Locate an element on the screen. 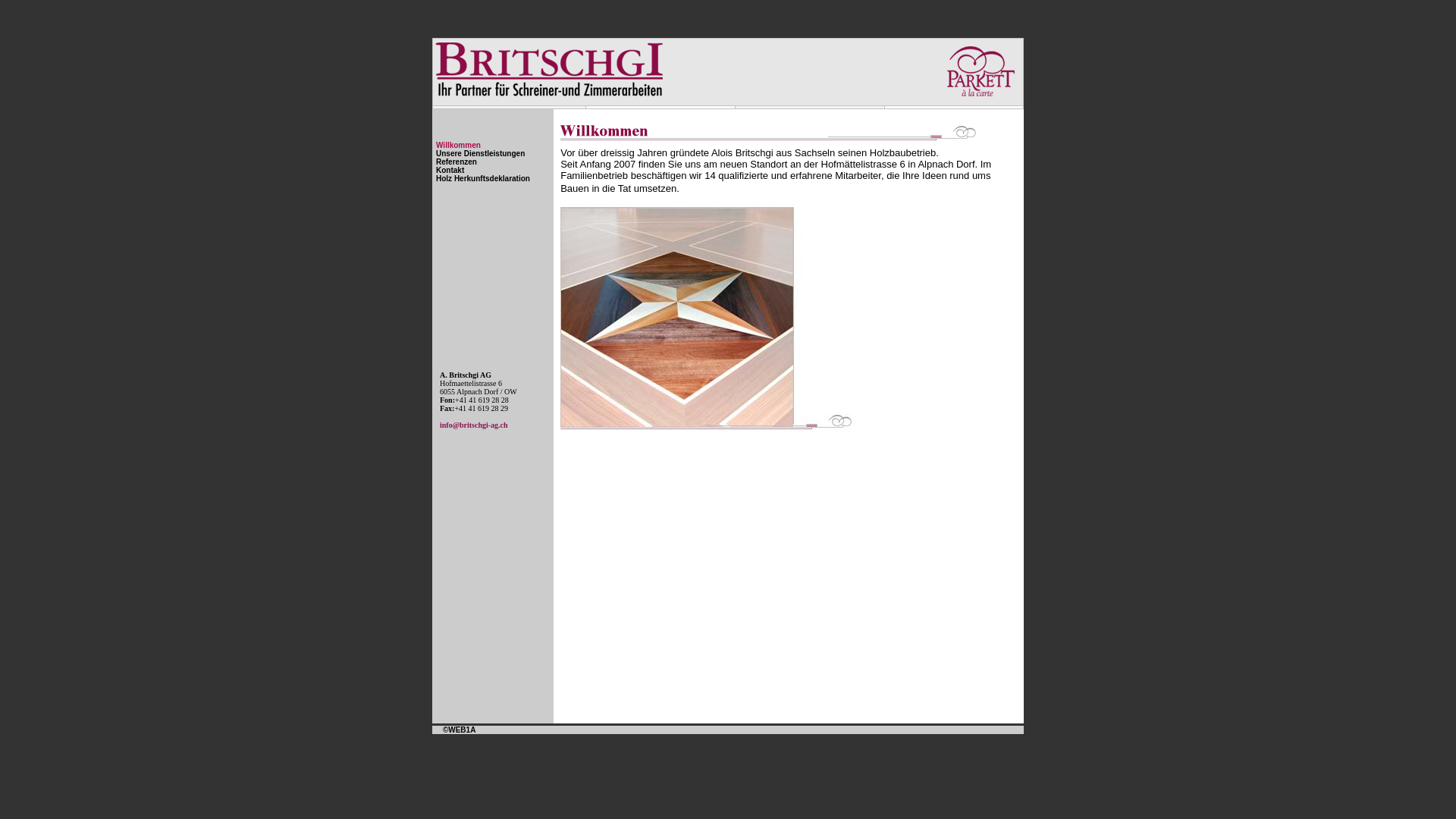 The height and width of the screenshot is (819, 1456). 'Holz Herkunftsdeklaration' is located at coordinates (482, 177).